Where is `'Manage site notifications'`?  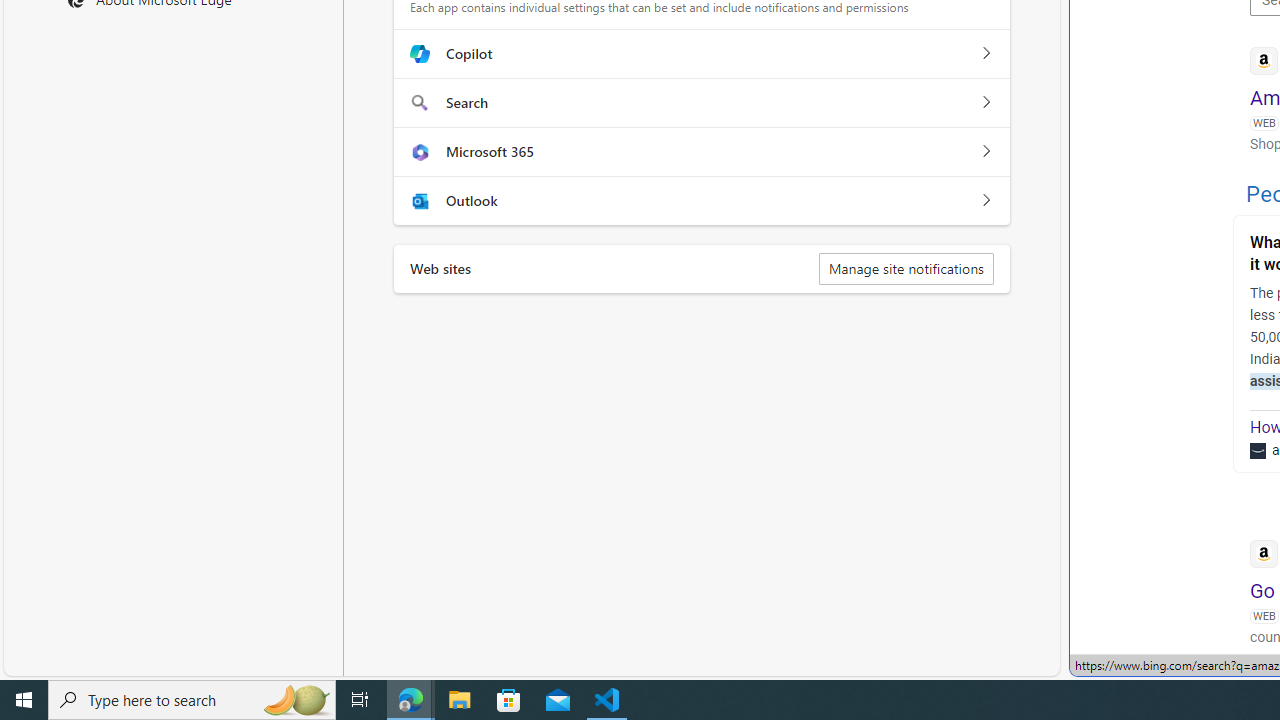 'Manage site notifications' is located at coordinates (905, 267).